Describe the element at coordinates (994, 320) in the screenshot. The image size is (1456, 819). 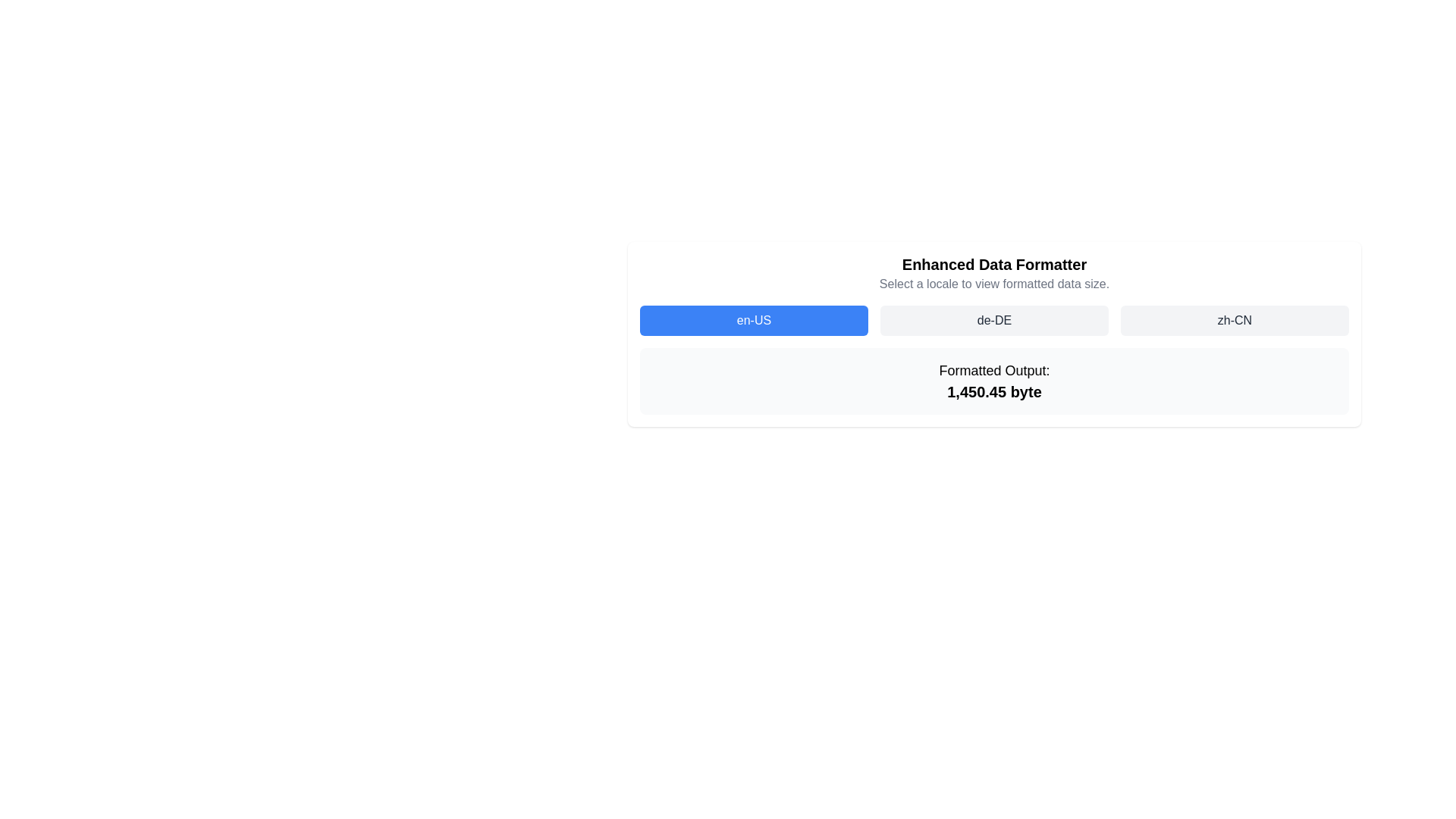
I see `the button` at that location.